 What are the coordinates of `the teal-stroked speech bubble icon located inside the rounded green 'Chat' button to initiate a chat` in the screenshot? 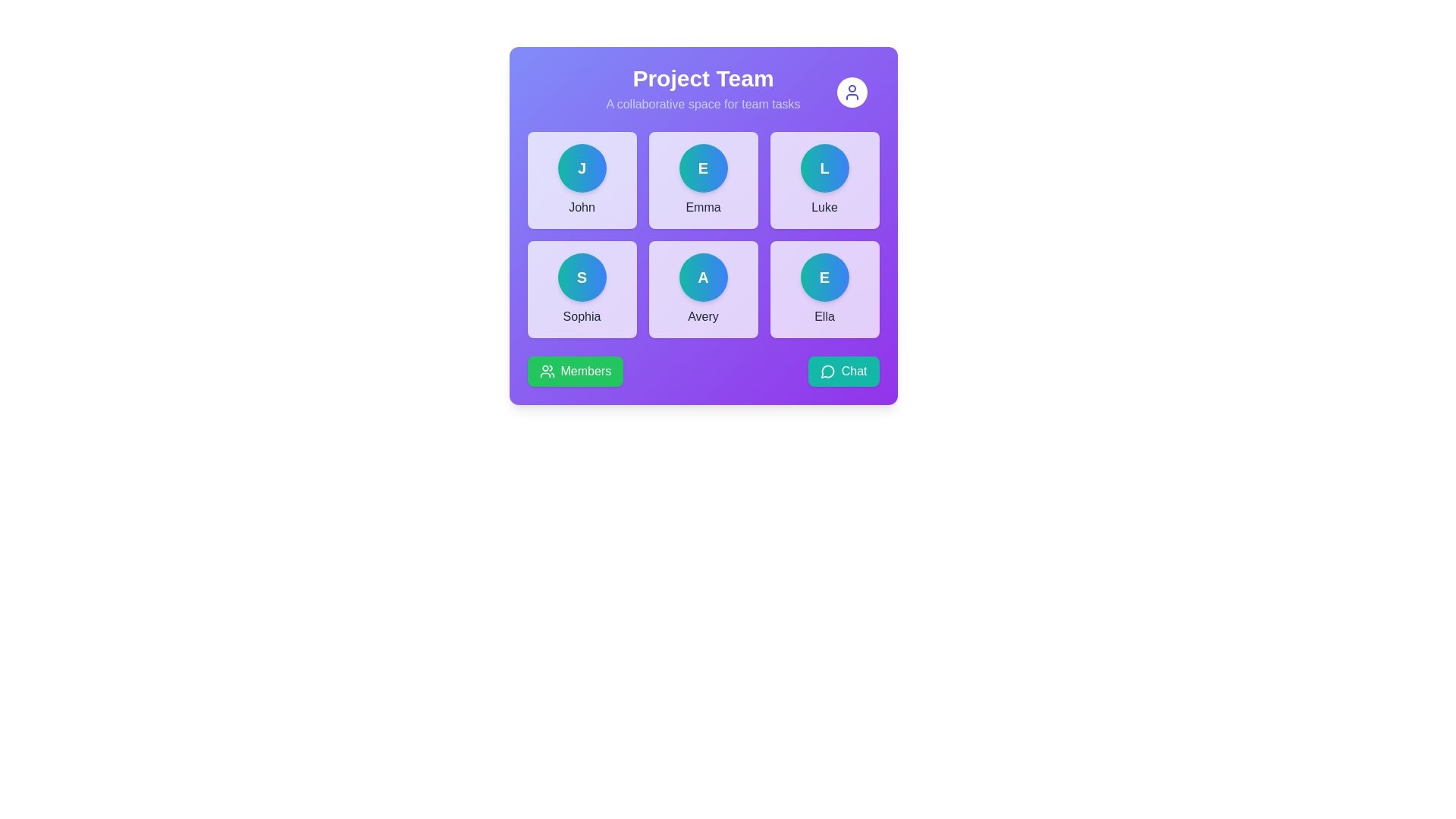 It's located at (827, 371).